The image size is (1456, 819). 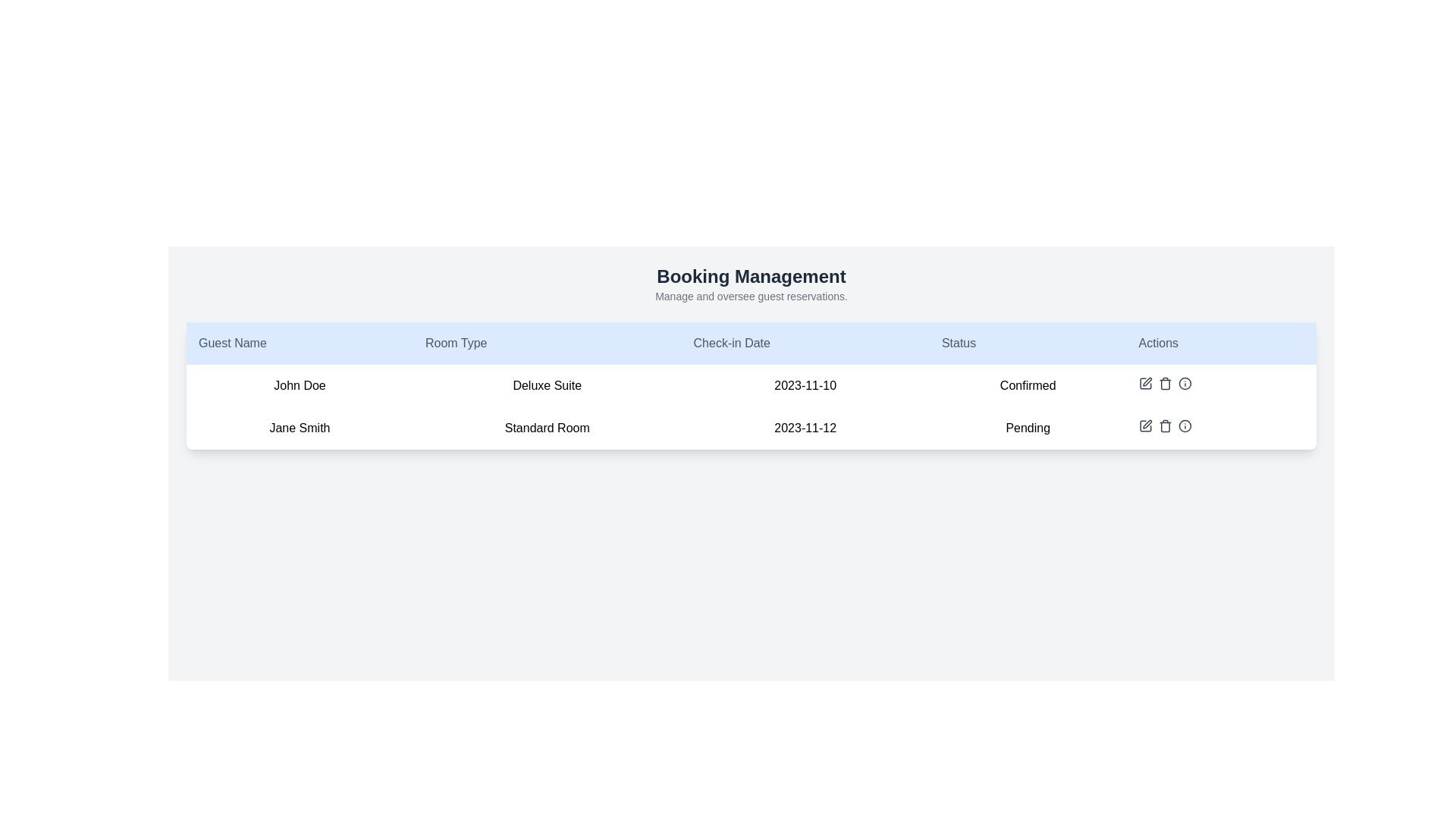 What do you see at coordinates (1184, 382) in the screenshot?
I see `the circular icon button with a gray outline and an information symbol ('i') in the 'Actions' column of the second row under the 'Booking Management' header to trigger the color change to green` at bounding box center [1184, 382].